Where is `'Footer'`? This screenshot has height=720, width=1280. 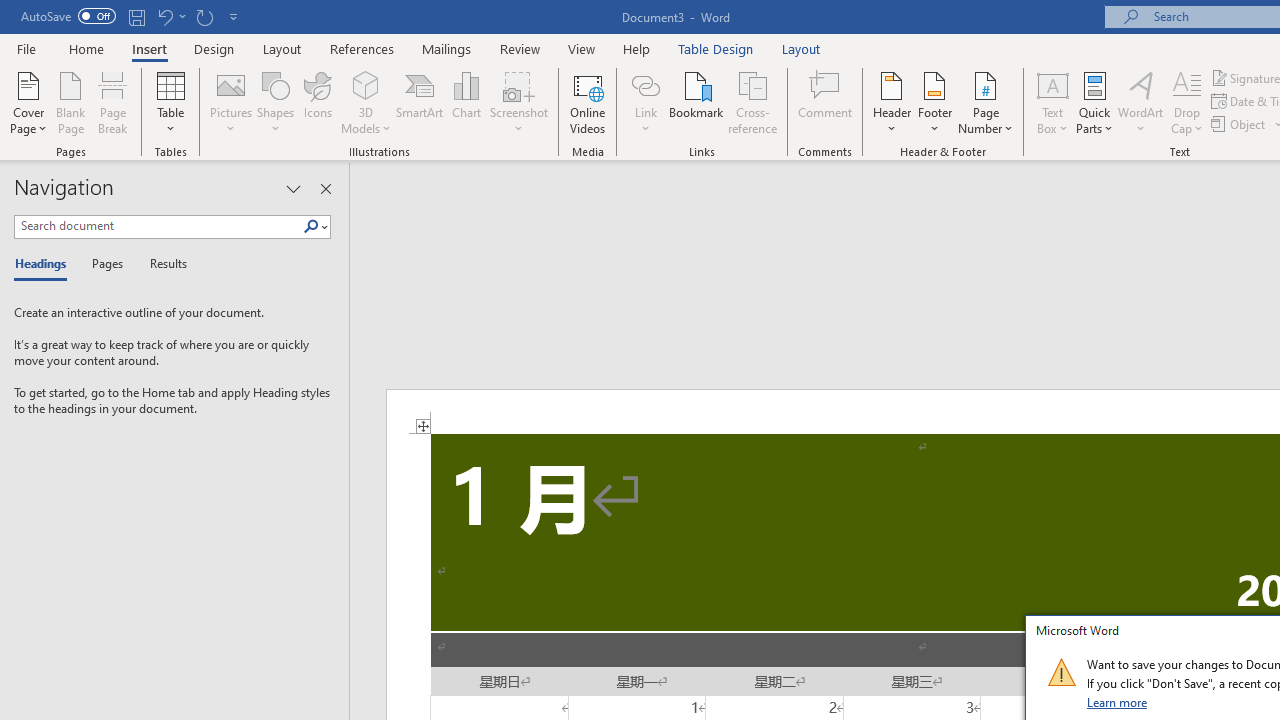 'Footer' is located at coordinates (934, 103).